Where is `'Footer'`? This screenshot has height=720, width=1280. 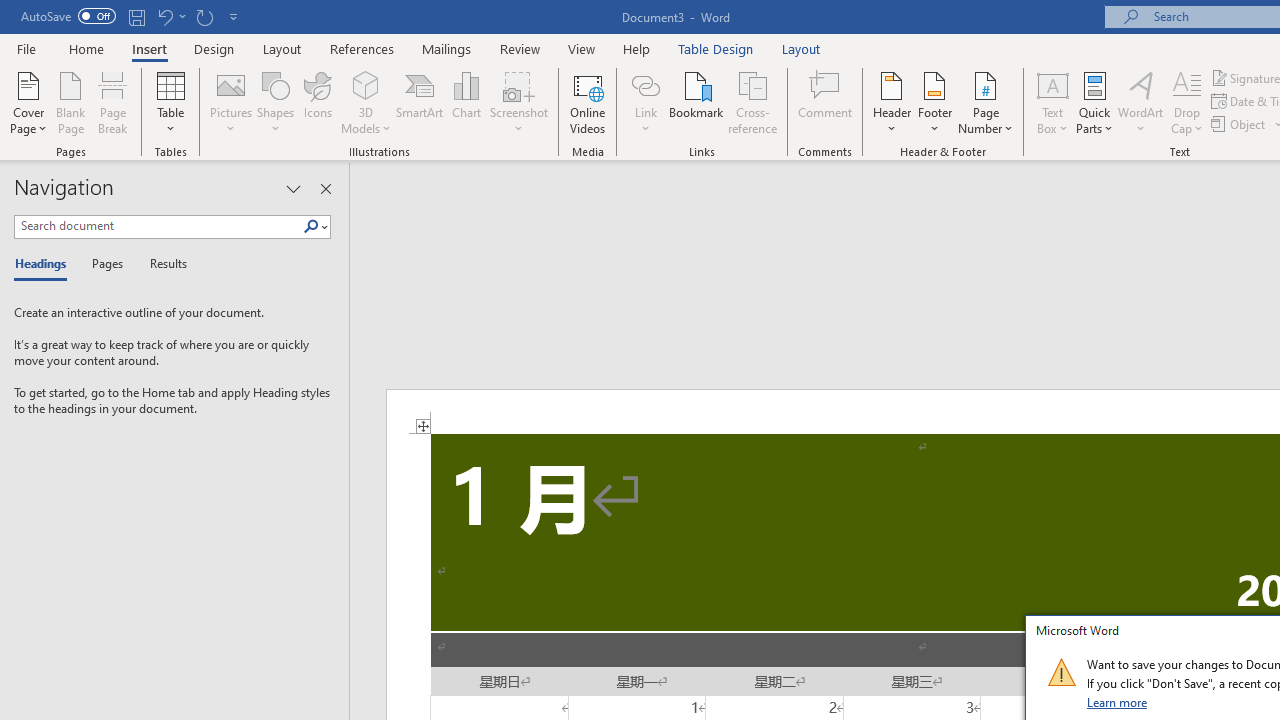 'Footer' is located at coordinates (934, 103).